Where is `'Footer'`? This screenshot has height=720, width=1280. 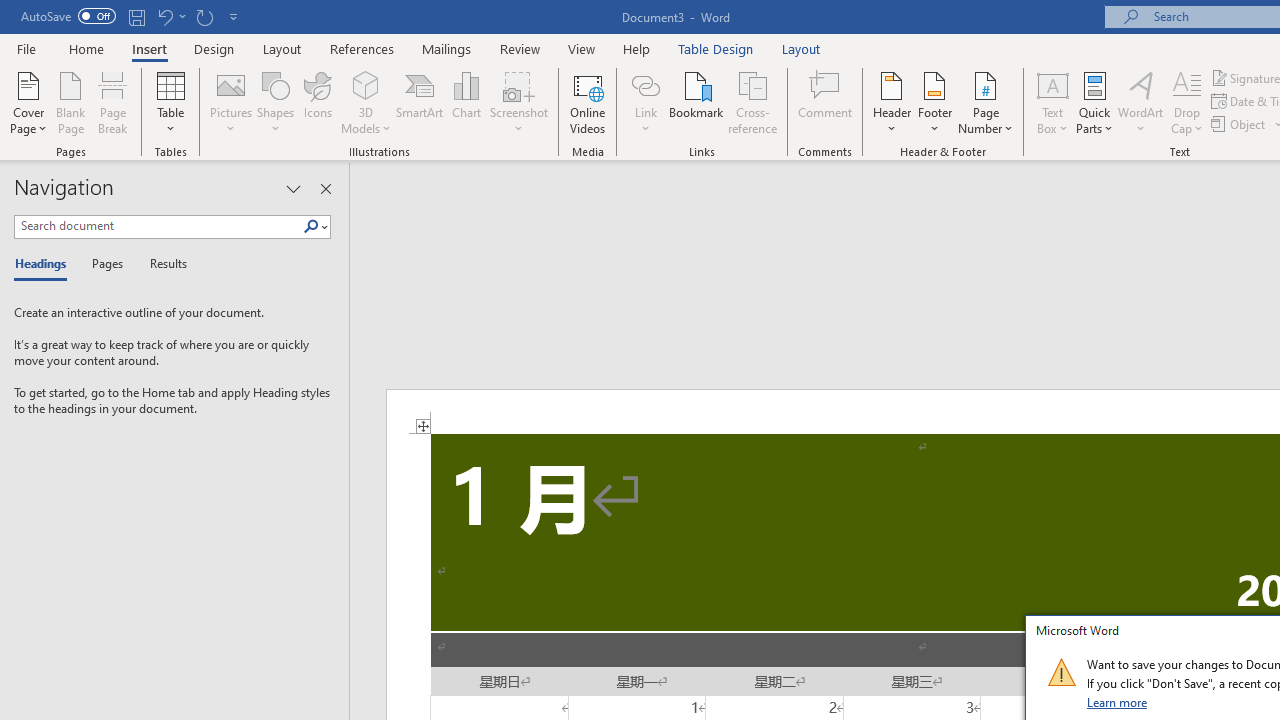 'Footer' is located at coordinates (934, 103).